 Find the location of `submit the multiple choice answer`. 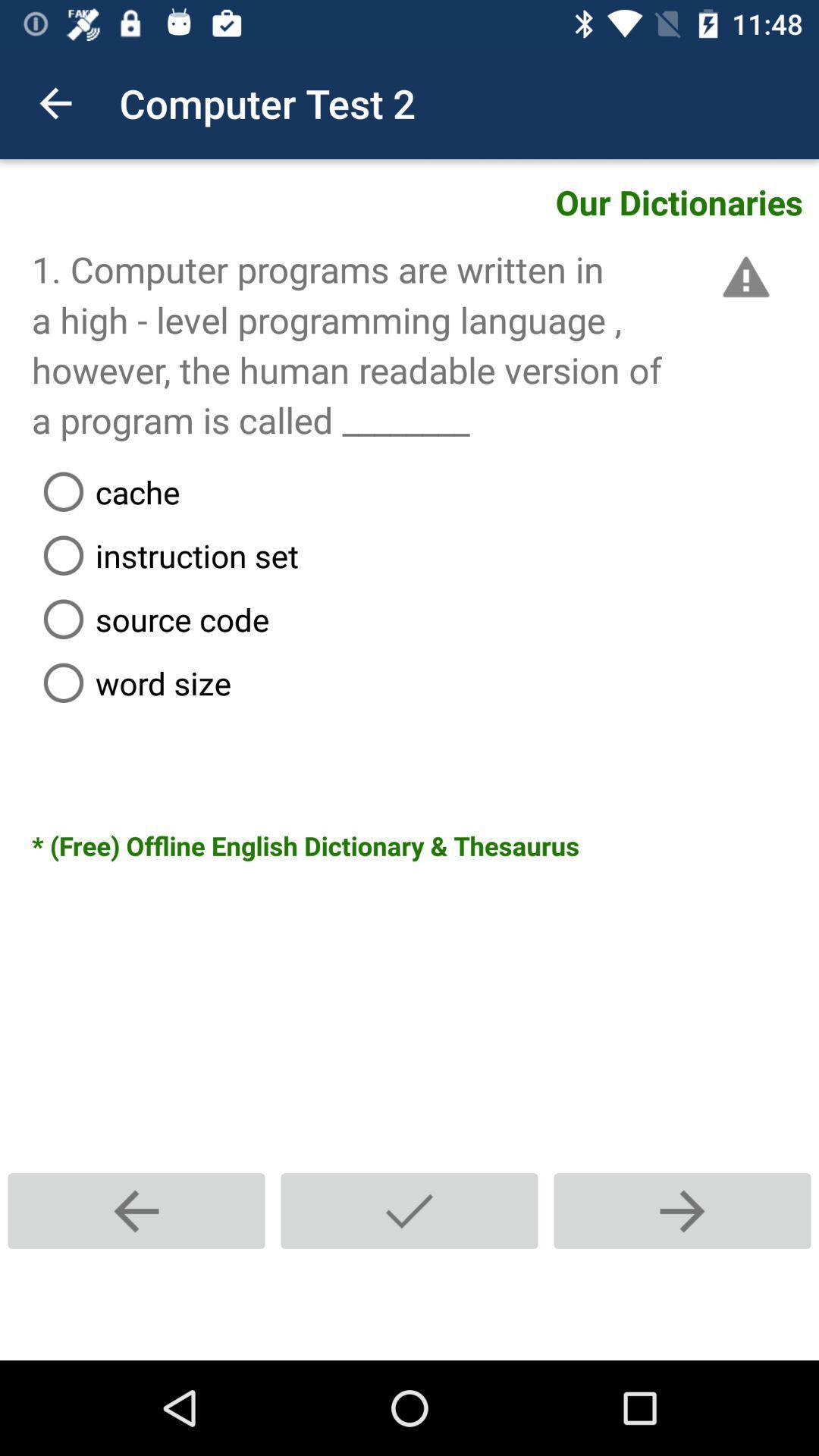

submit the multiple choice answer is located at coordinates (409, 1210).